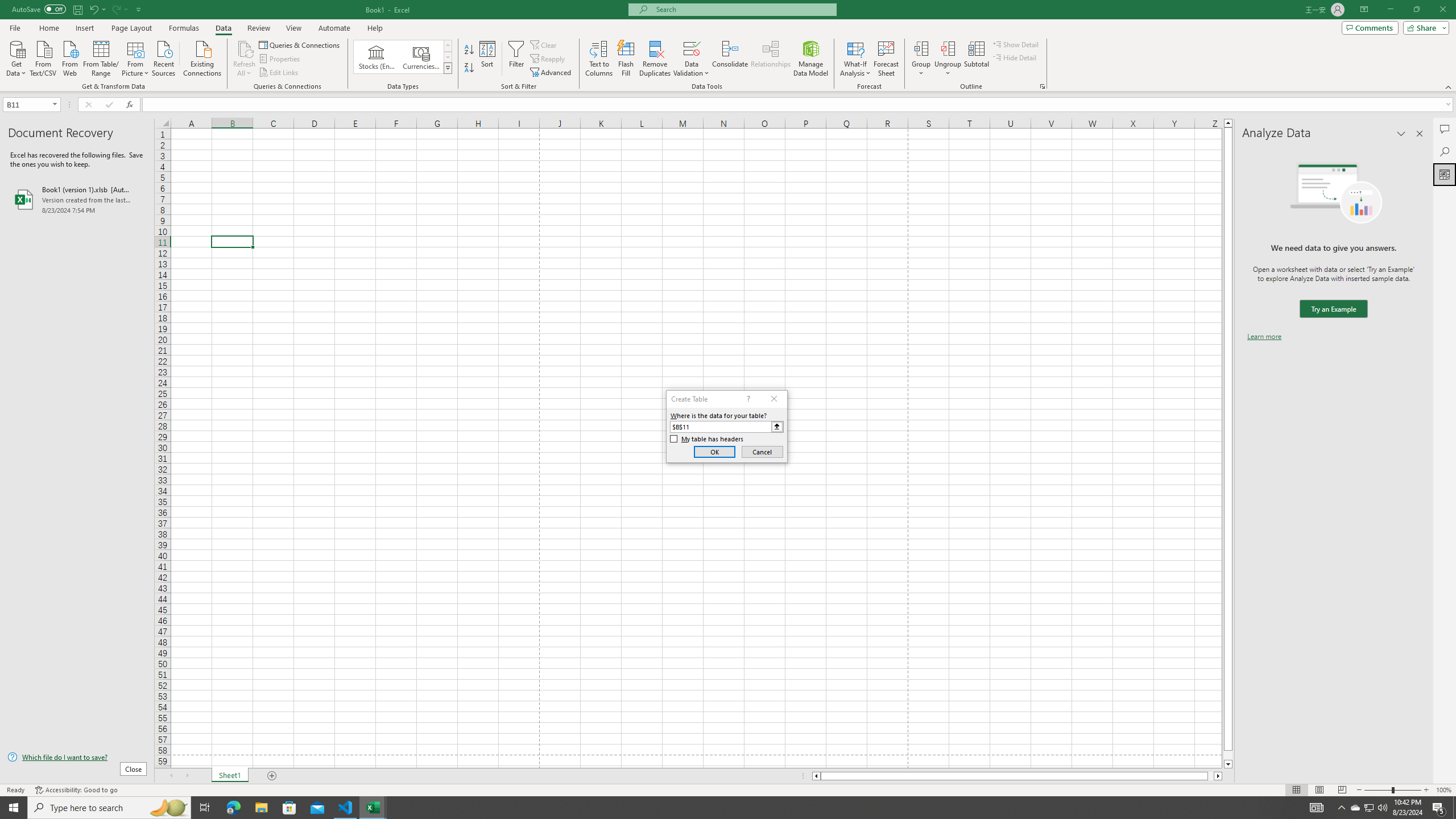  Describe the element at coordinates (1389, 9) in the screenshot. I see `'Minimize'` at that location.